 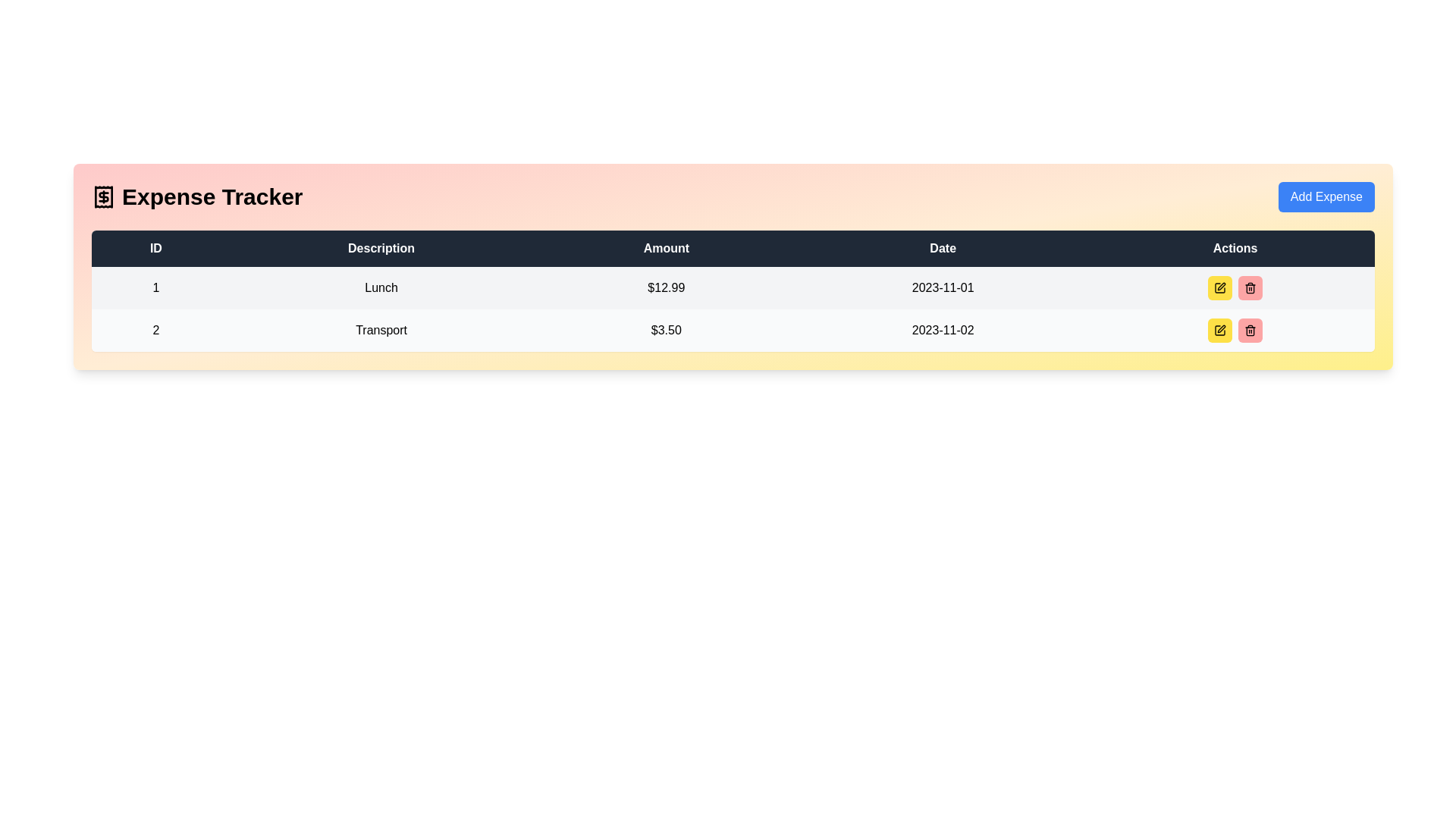 What do you see at coordinates (103, 196) in the screenshot?
I see `the SVG Icon located at the top left corner of the header section preceding the title 'Expense Tracker'` at bounding box center [103, 196].